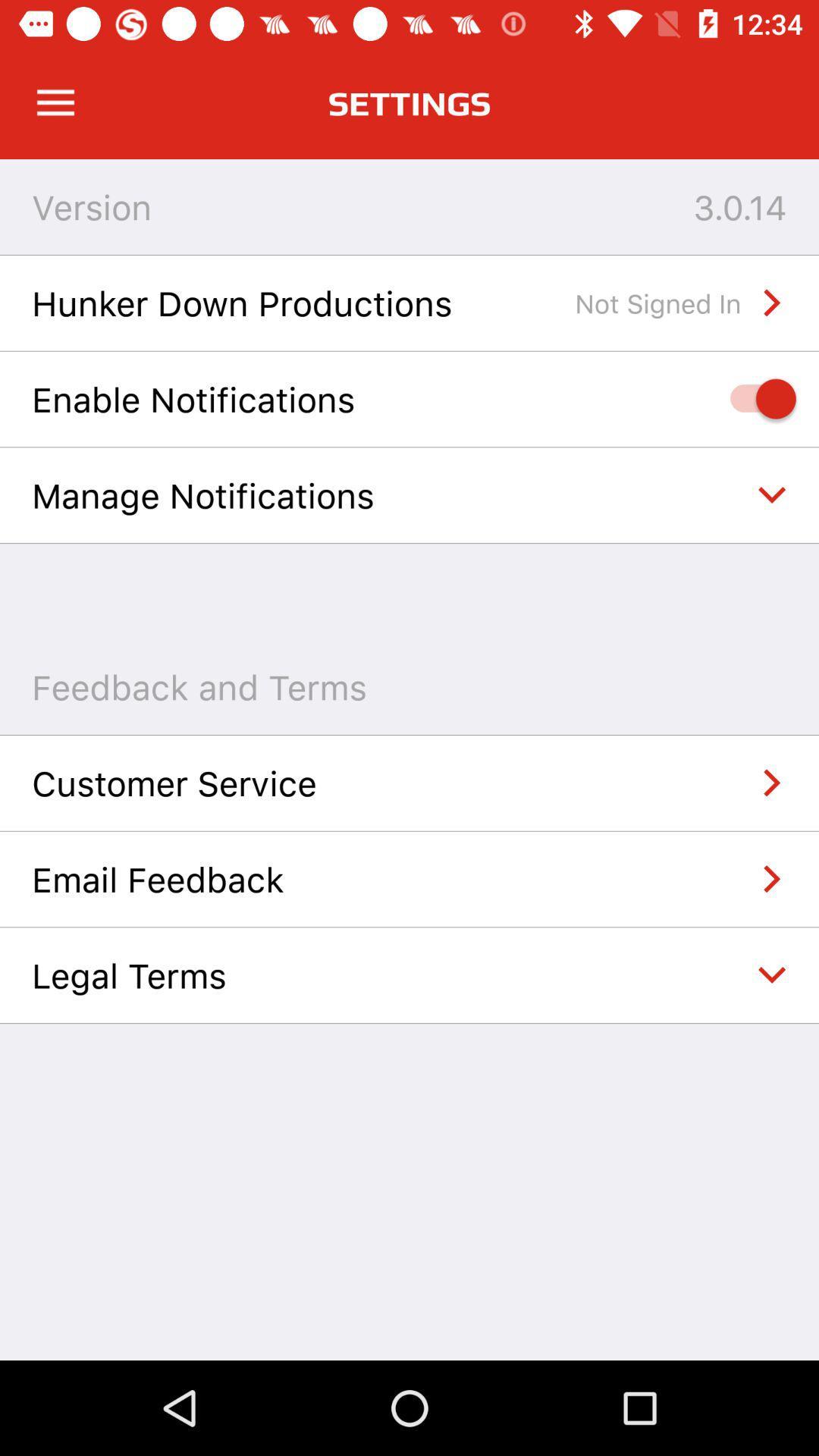  What do you see at coordinates (755, 399) in the screenshot?
I see `notifications on/off` at bounding box center [755, 399].